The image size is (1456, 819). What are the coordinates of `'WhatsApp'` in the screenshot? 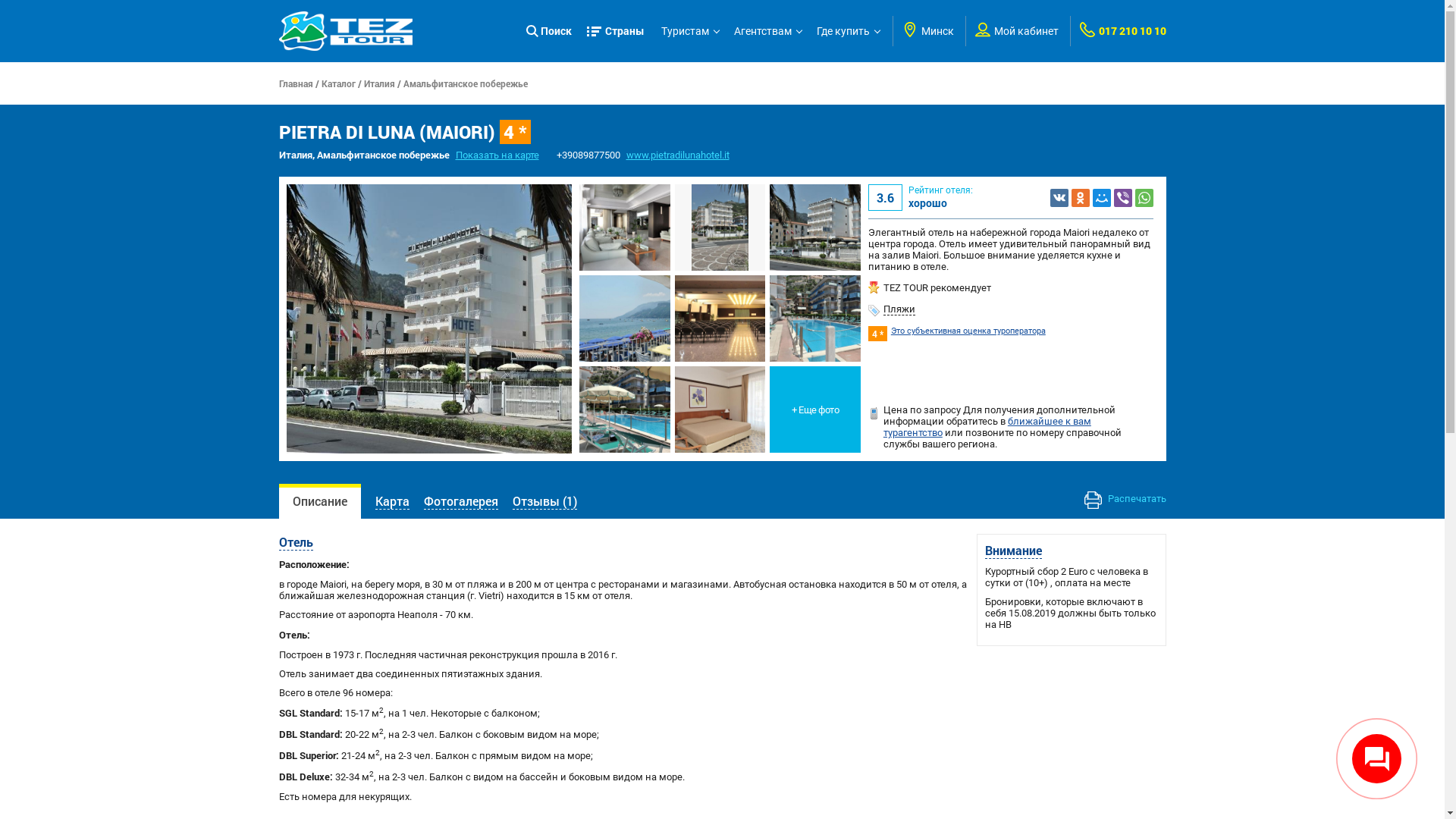 It's located at (1135, 196).